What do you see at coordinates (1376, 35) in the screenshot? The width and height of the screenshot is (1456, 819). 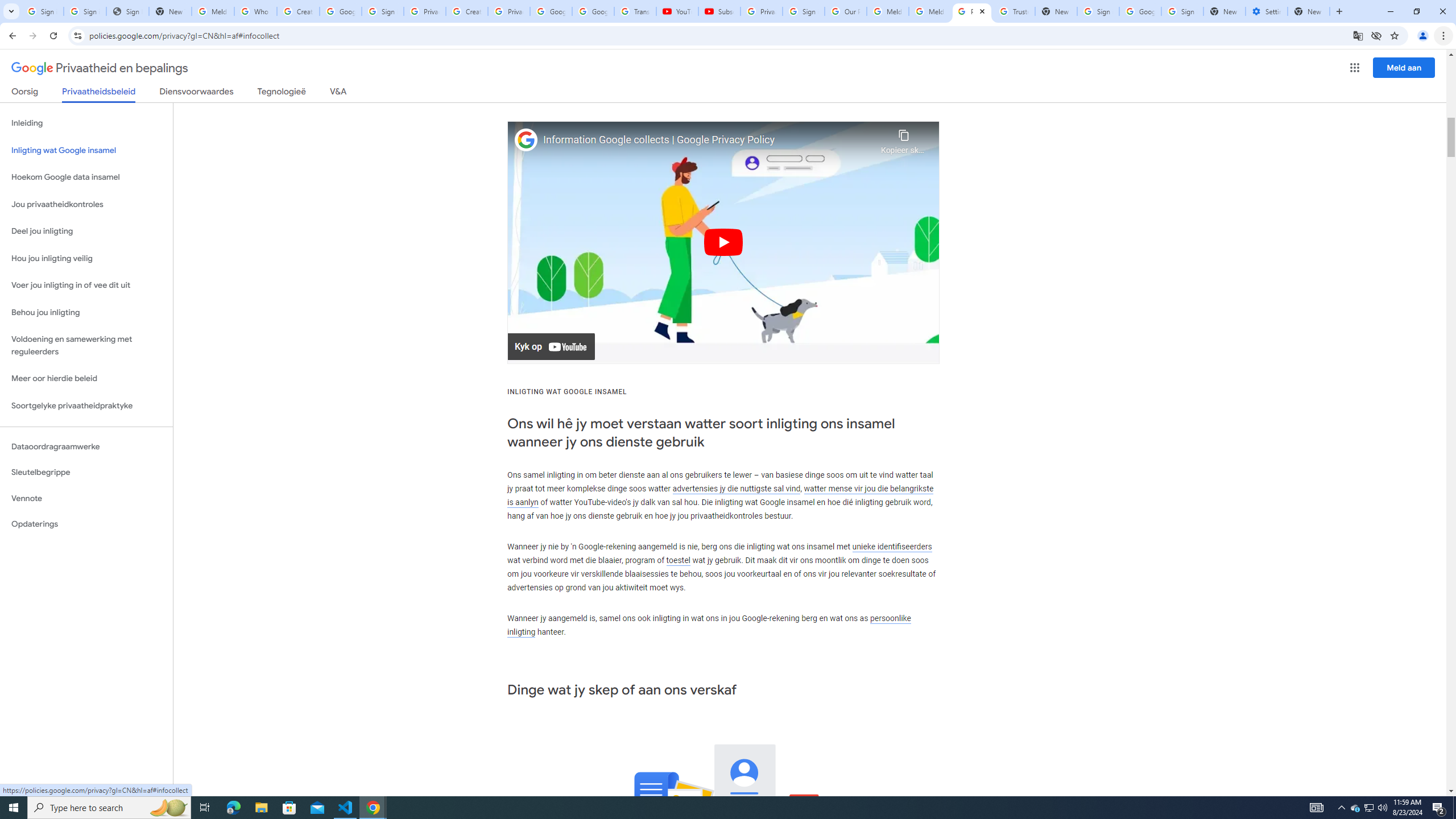 I see `'Third-party cookies blocked'` at bounding box center [1376, 35].